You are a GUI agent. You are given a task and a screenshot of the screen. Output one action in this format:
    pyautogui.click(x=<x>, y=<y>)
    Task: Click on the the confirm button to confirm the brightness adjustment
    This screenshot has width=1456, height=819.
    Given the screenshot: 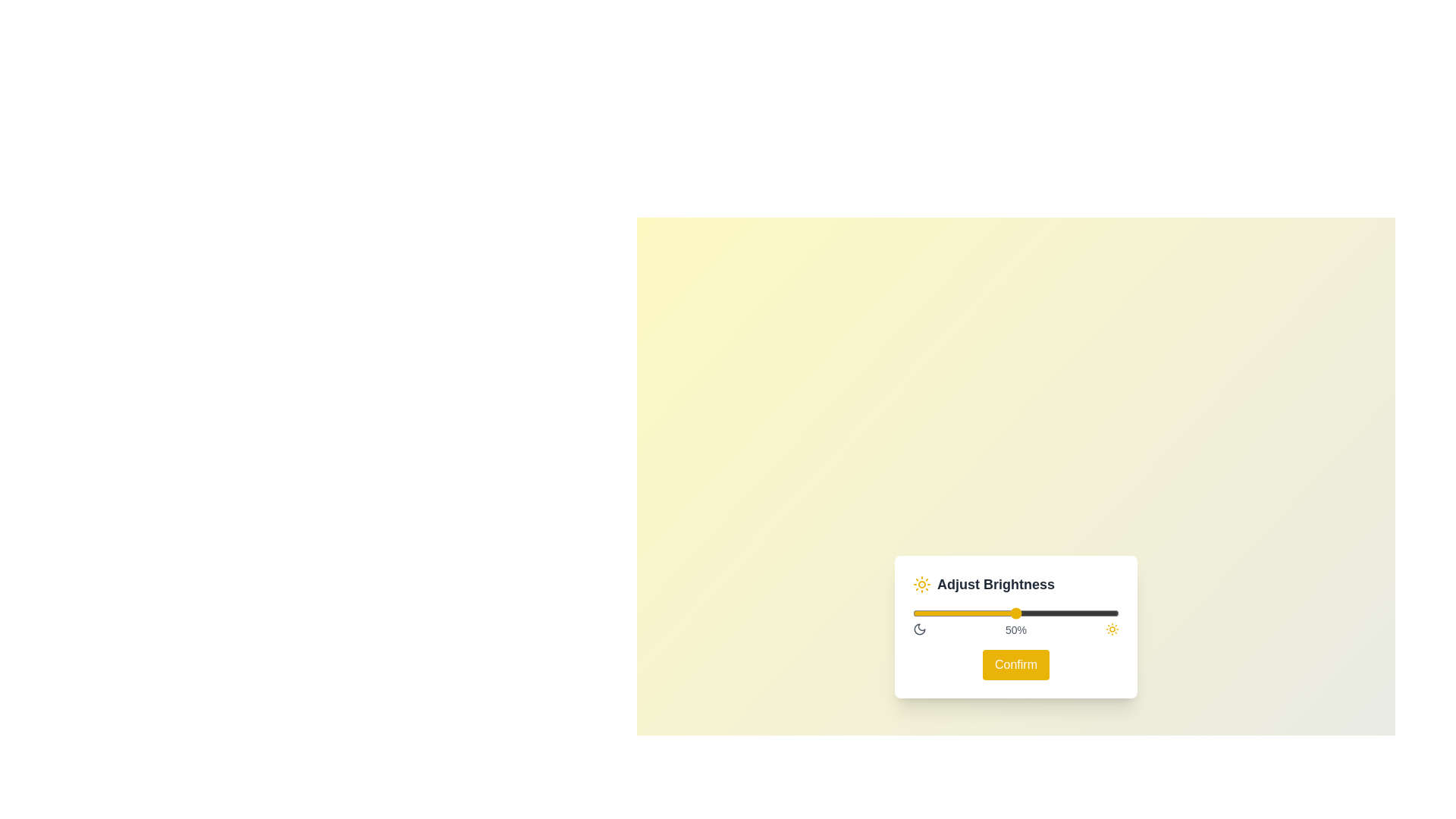 What is the action you would take?
    pyautogui.click(x=1015, y=664)
    